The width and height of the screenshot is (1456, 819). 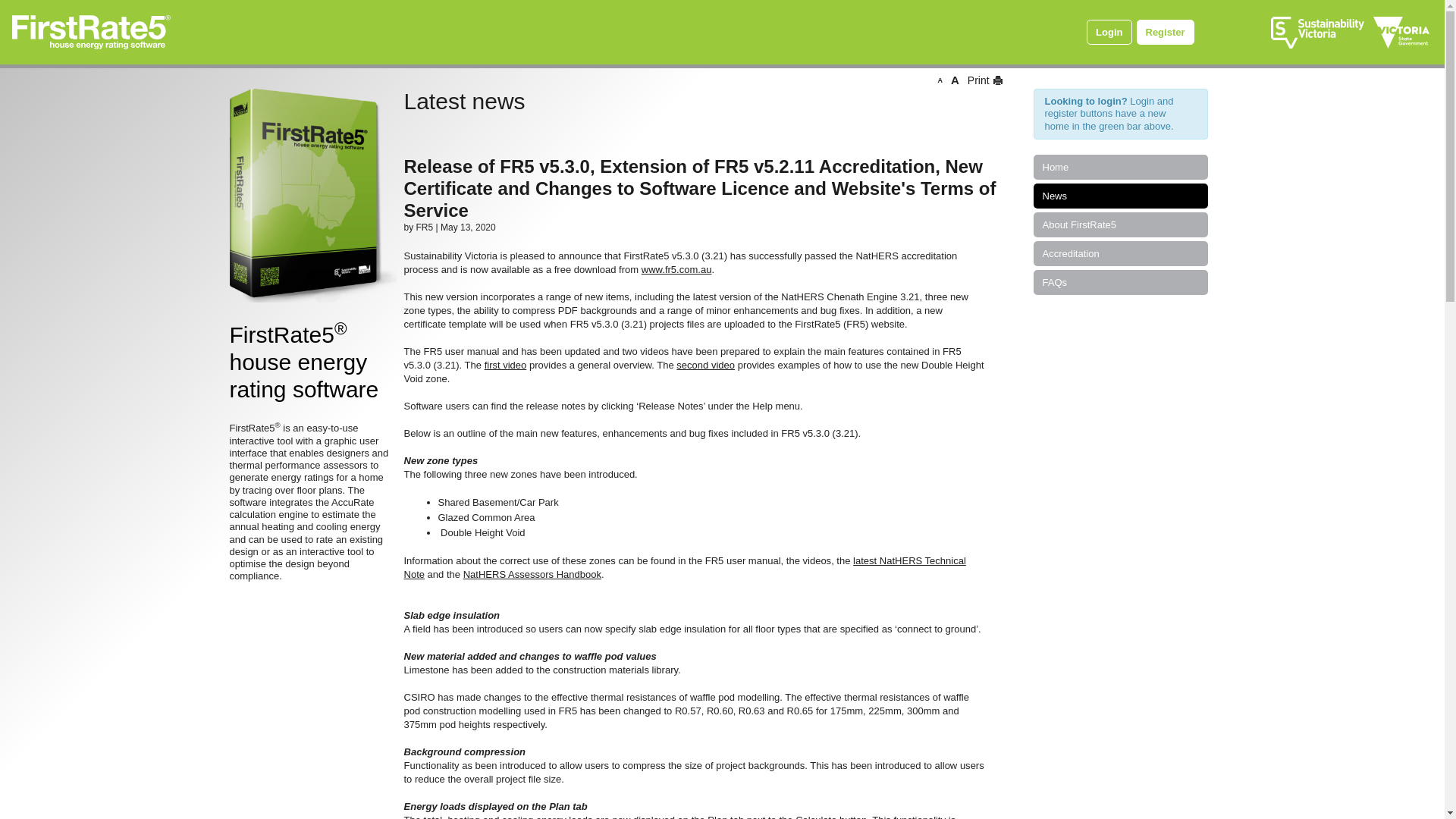 What do you see at coordinates (954, 80) in the screenshot?
I see `'A'` at bounding box center [954, 80].